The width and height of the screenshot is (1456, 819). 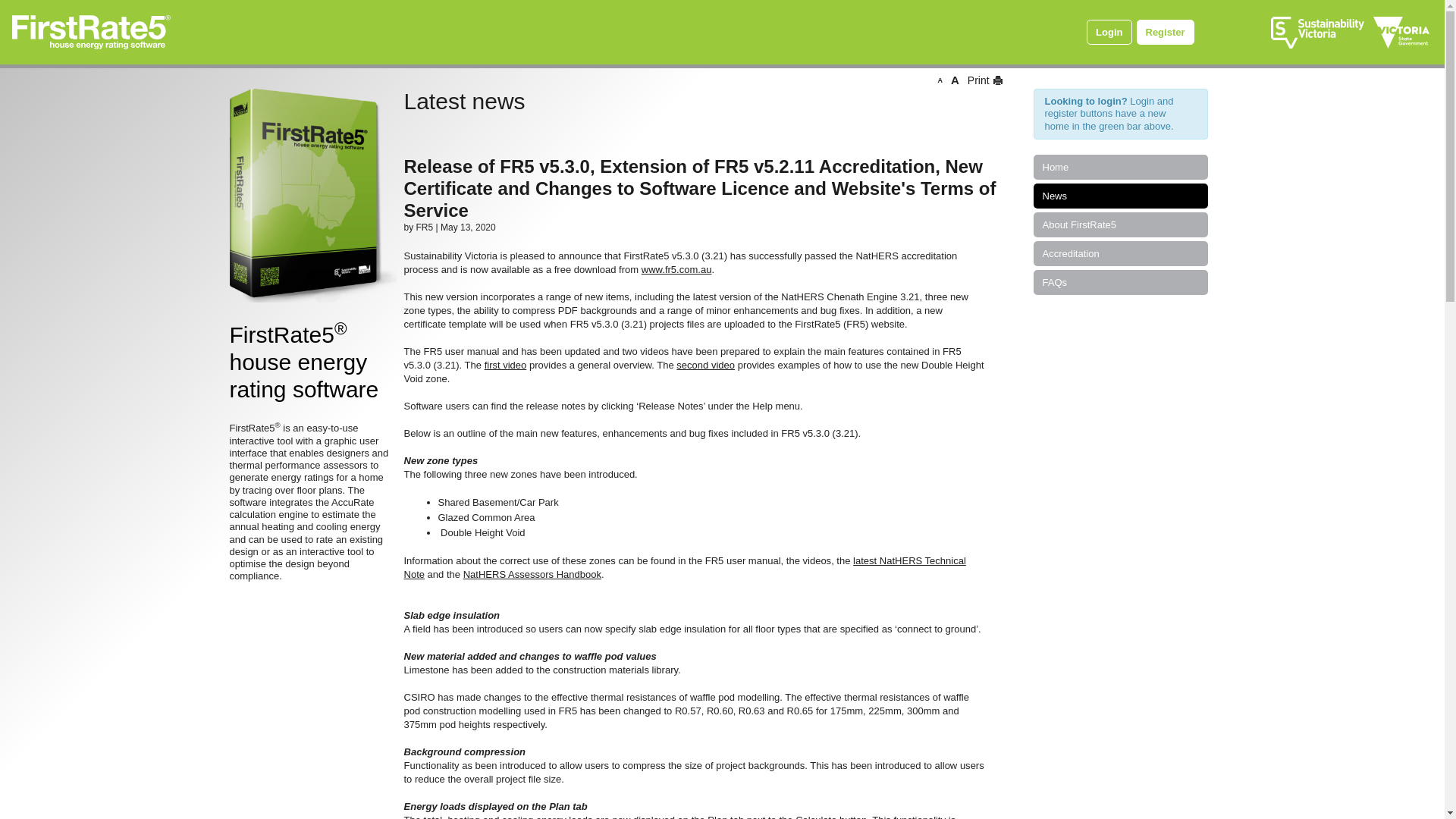 What do you see at coordinates (954, 80) in the screenshot?
I see `'A'` at bounding box center [954, 80].